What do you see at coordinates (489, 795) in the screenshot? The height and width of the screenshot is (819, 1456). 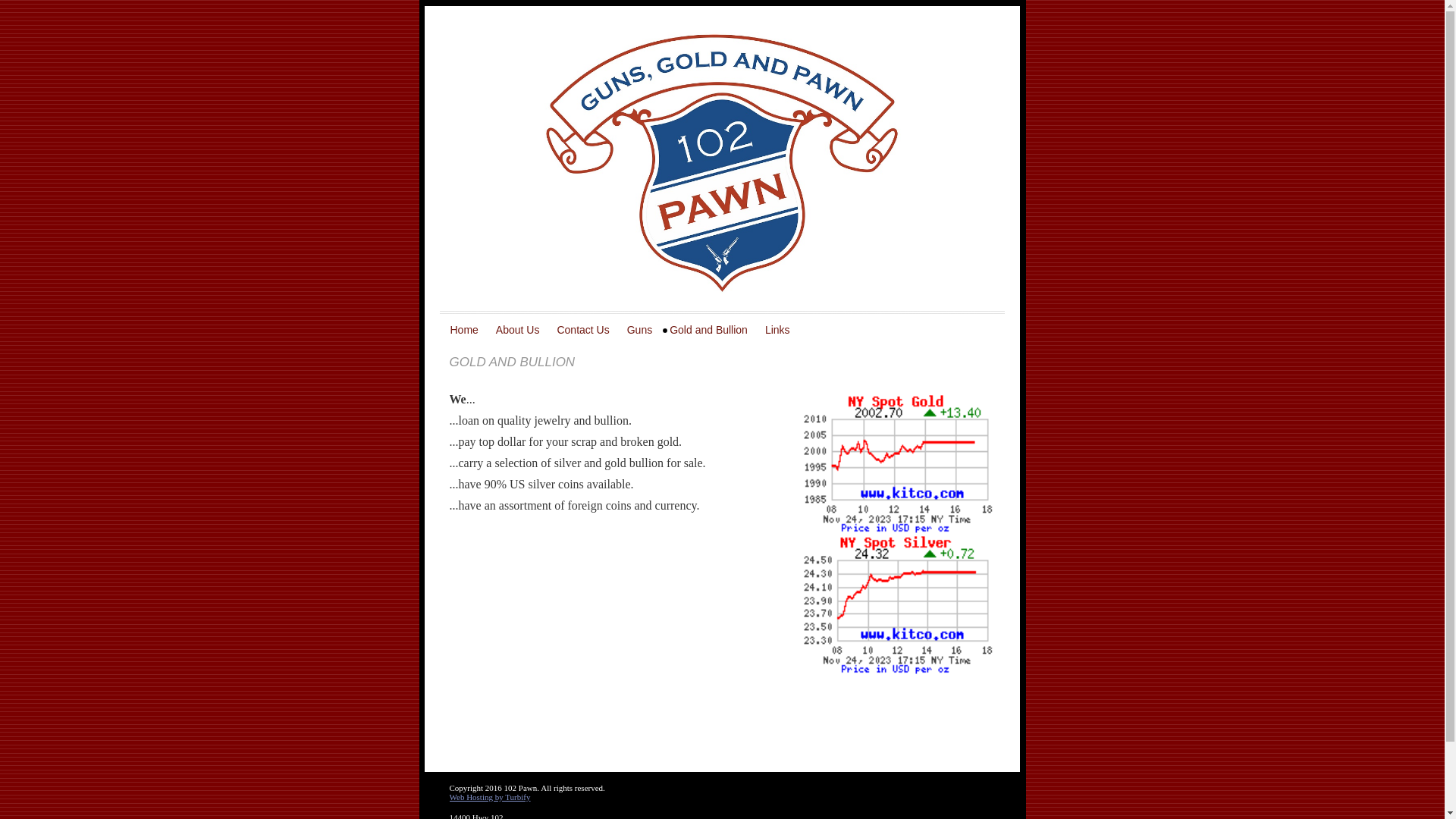 I see `'Web Hosting by Turbify'` at bounding box center [489, 795].